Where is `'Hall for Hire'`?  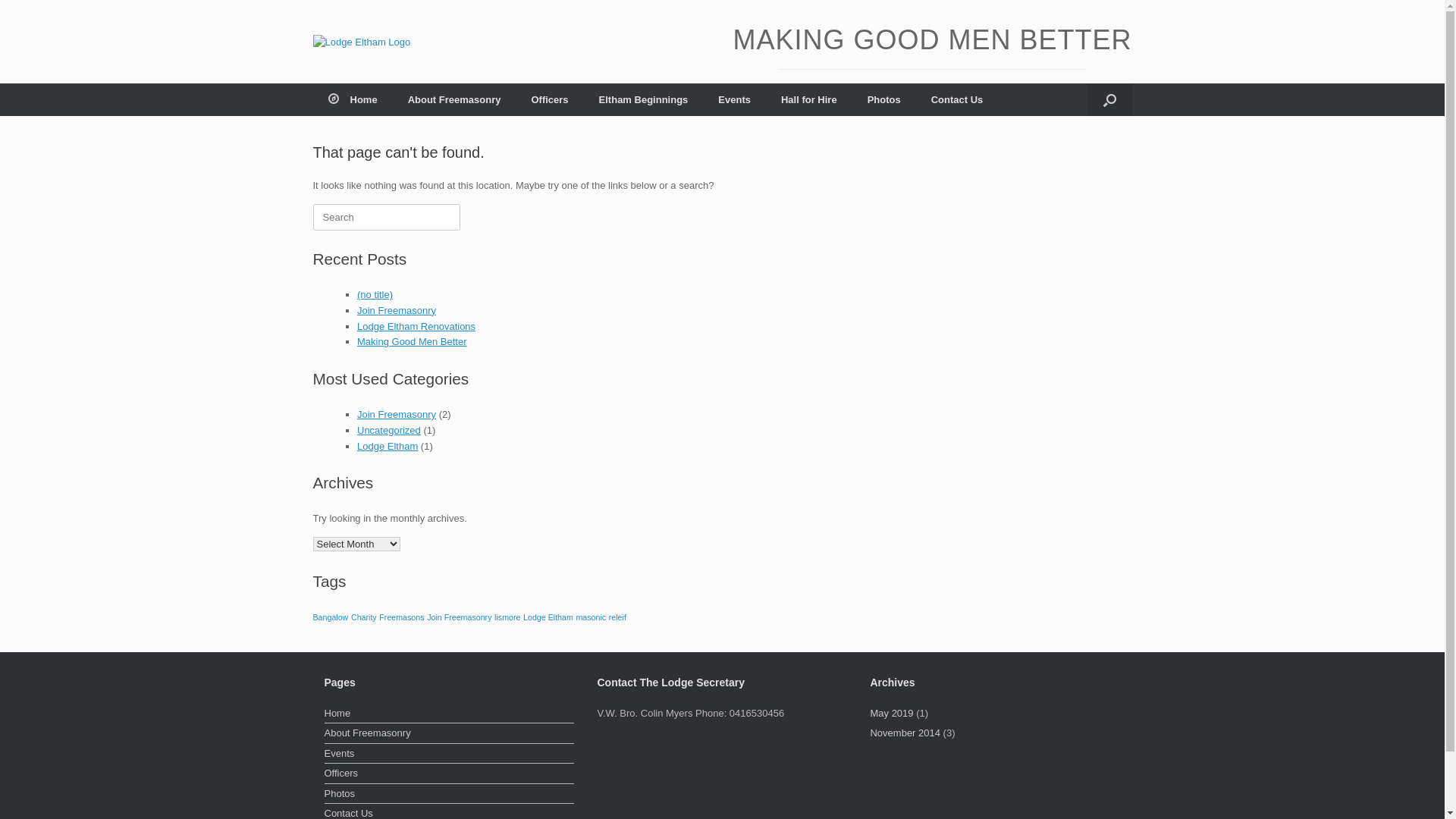
'Hall for Hire' is located at coordinates (808, 99).